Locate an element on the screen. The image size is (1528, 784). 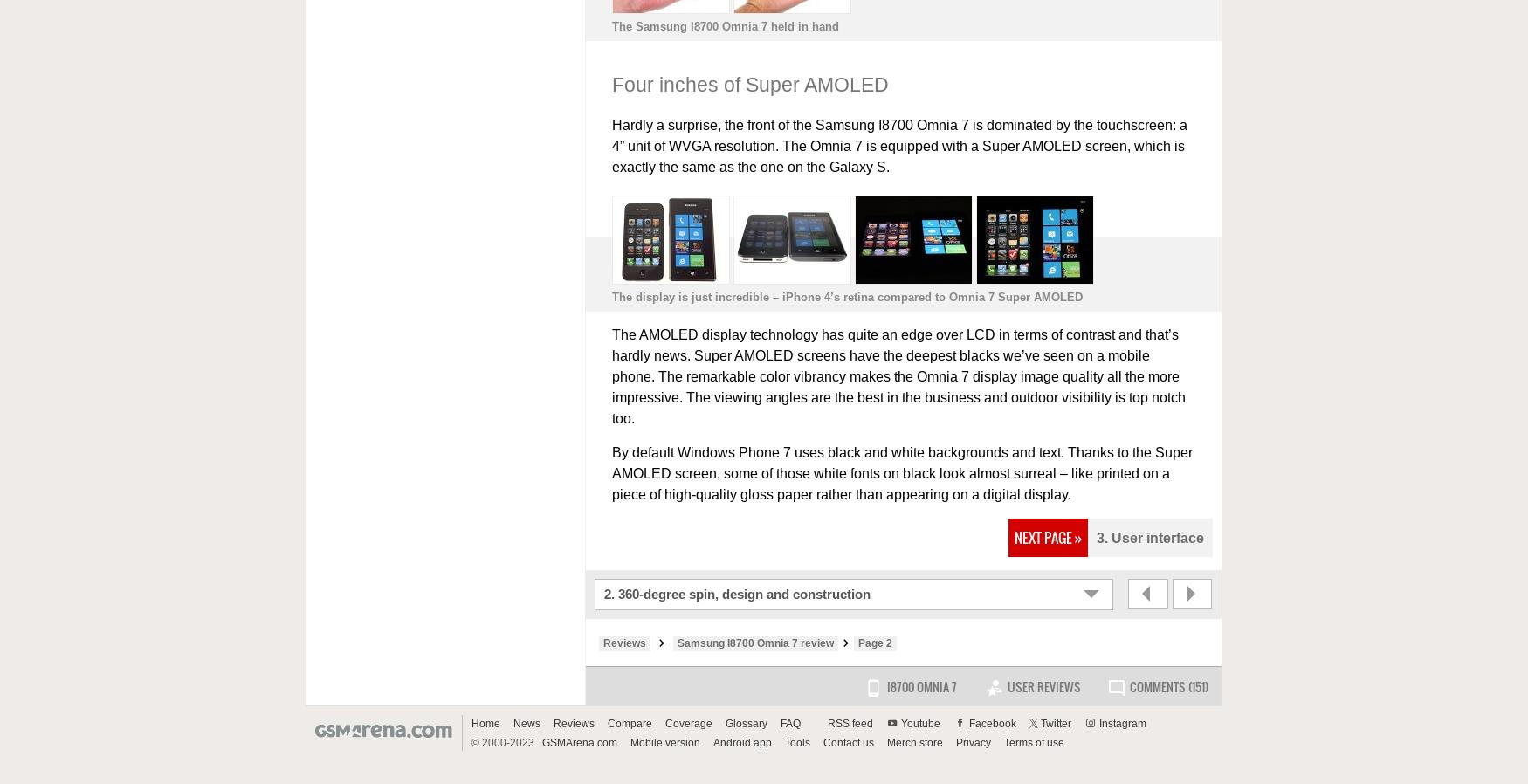
'3. User interface' is located at coordinates (1149, 536).